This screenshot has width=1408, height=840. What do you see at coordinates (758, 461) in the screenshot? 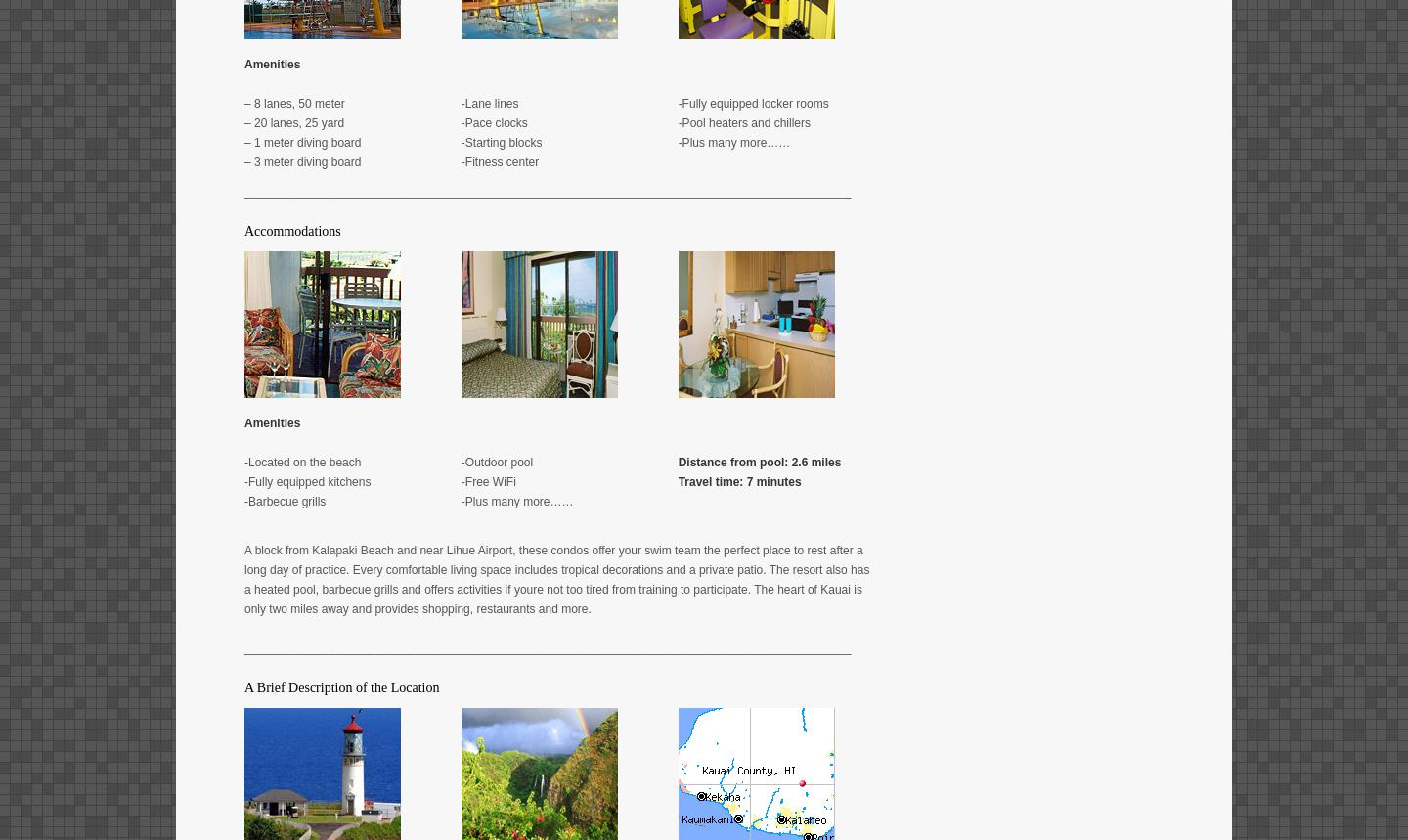
I see `'Distance from pool: 2.6 miles'` at bounding box center [758, 461].